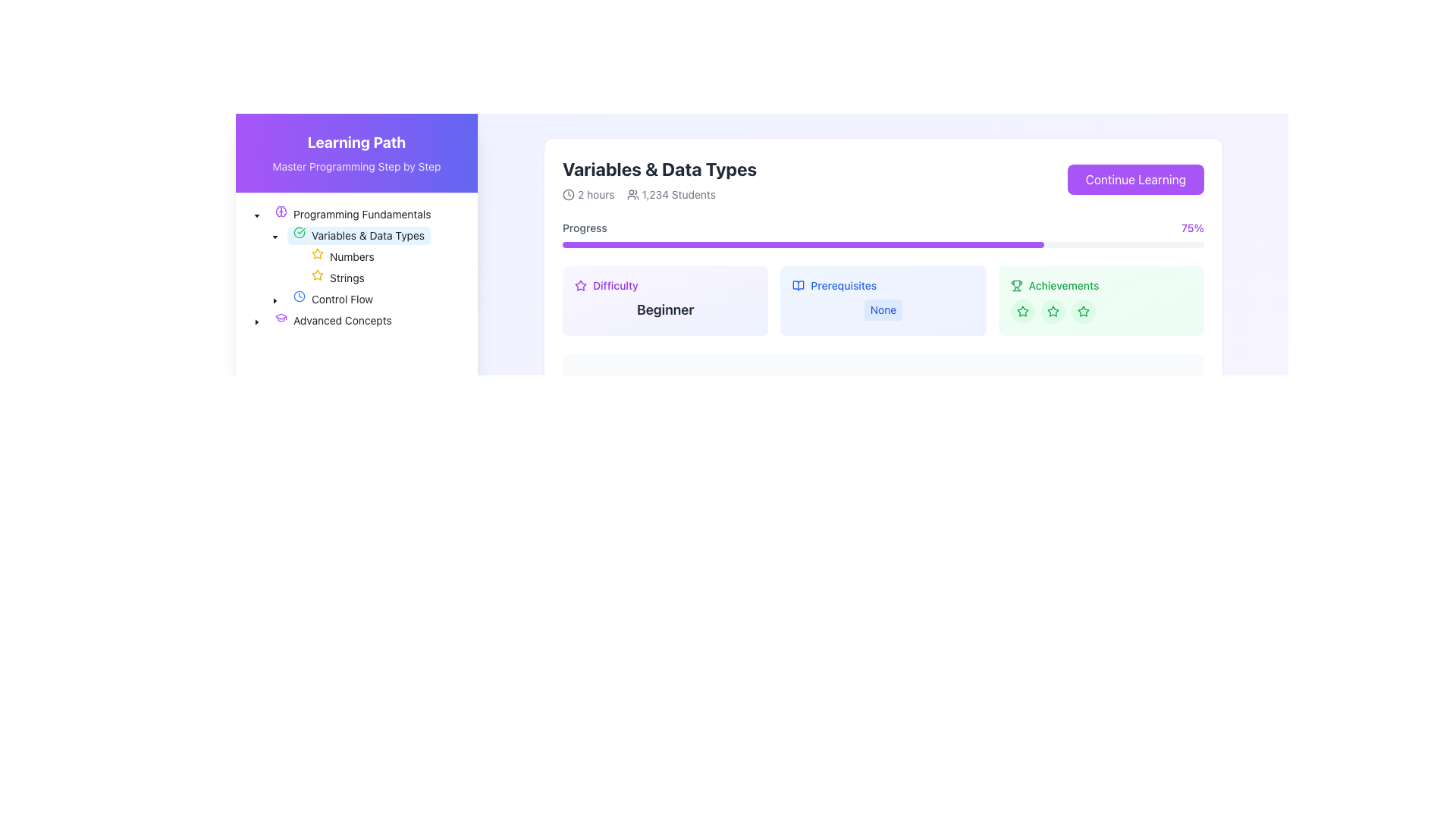 This screenshot has height=819, width=1456. I want to click on text label indicating the difficulty level of the course, which is located to the right of a star icon in the 'Difficulty' rating section beneath the title 'Variables & Data Types', so click(615, 286).